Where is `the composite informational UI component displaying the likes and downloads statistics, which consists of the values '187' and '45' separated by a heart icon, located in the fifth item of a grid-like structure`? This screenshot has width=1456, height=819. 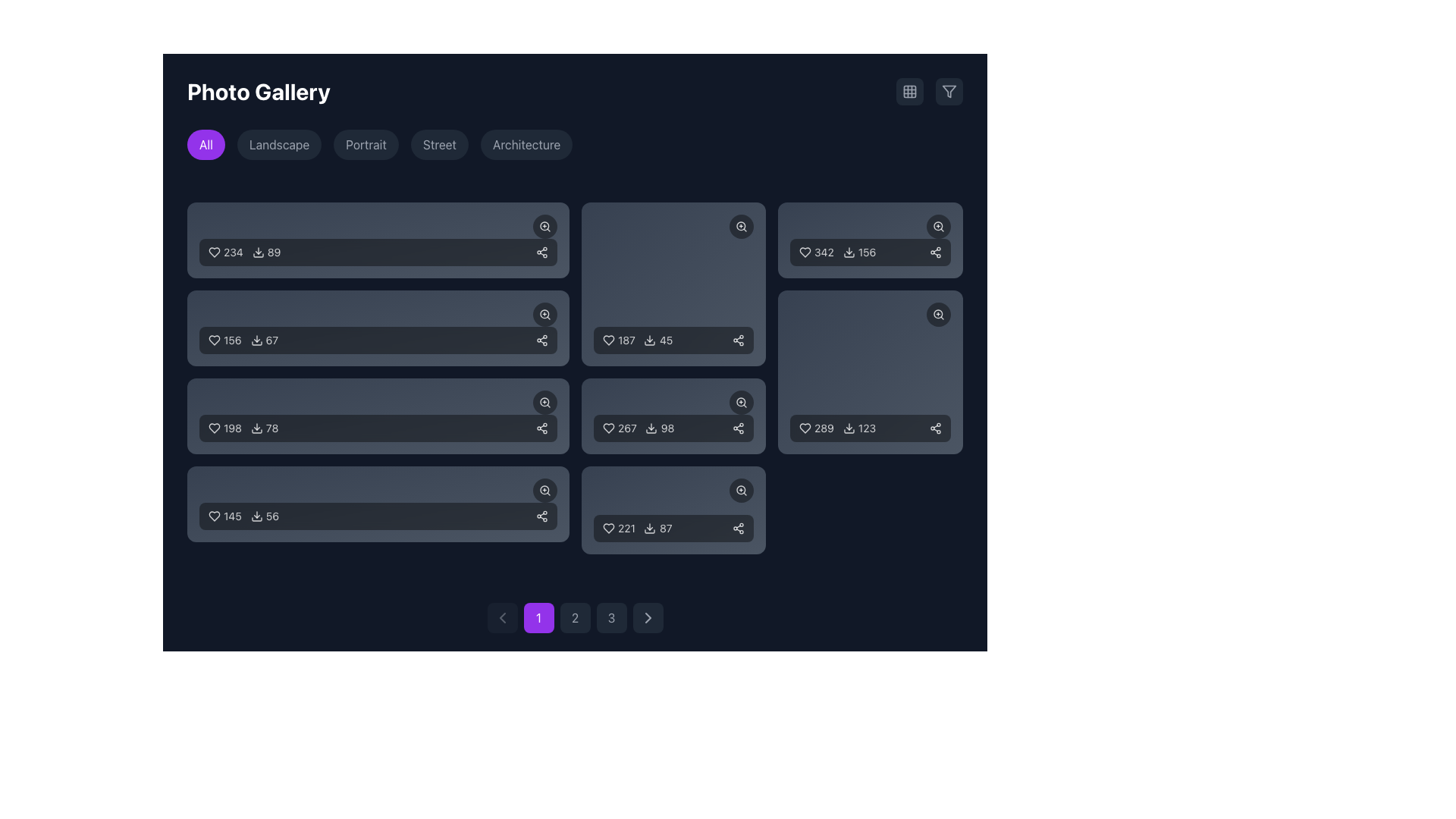 the composite informational UI component displaying the likes and downloads statistics, which consists of the values '187' and '45' separated by a heart icon, located in the fifth item of a grid-like structure is located at coordinates (637, 339).